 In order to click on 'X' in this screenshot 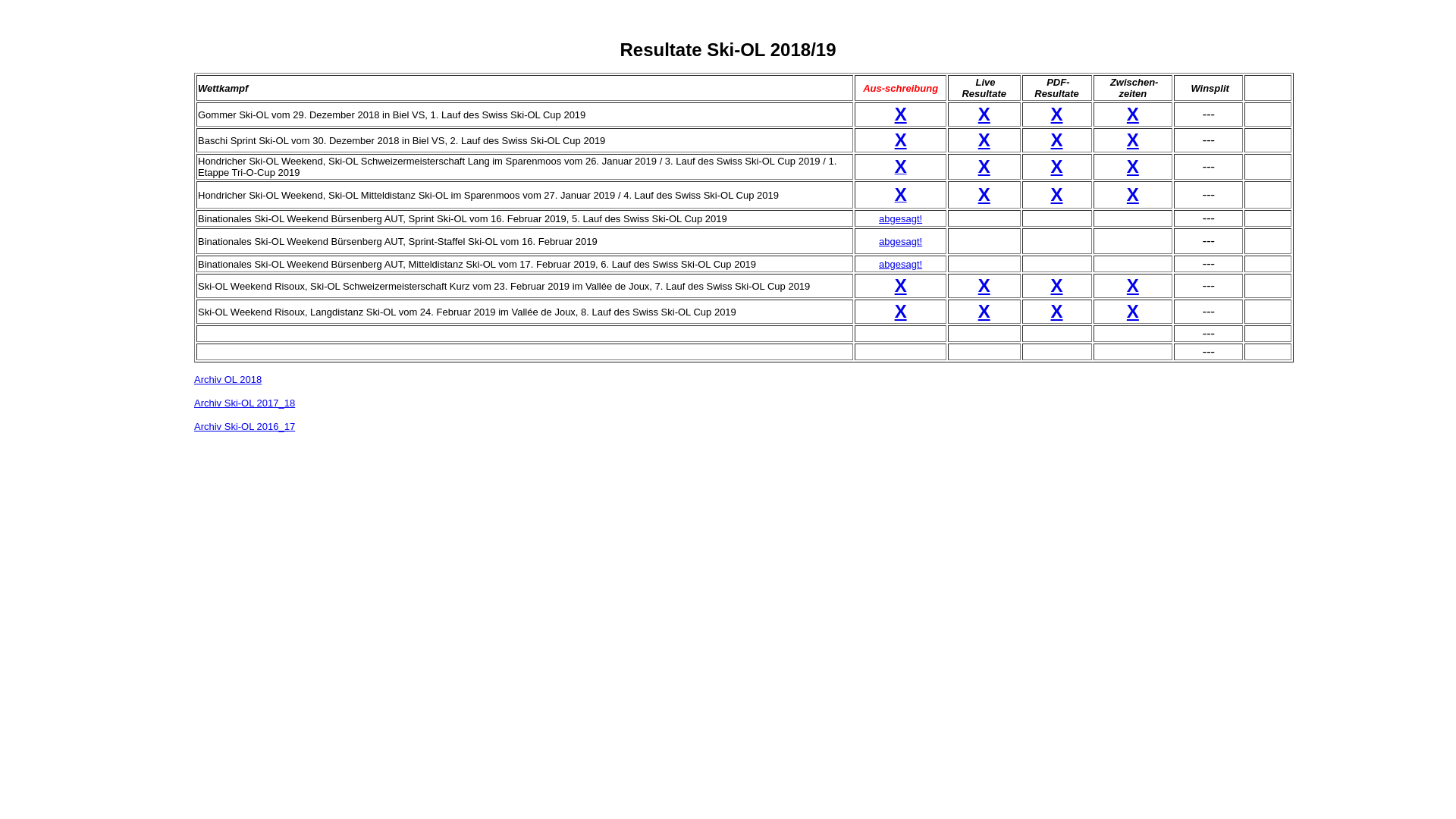, I will do `click(984, 193)`.